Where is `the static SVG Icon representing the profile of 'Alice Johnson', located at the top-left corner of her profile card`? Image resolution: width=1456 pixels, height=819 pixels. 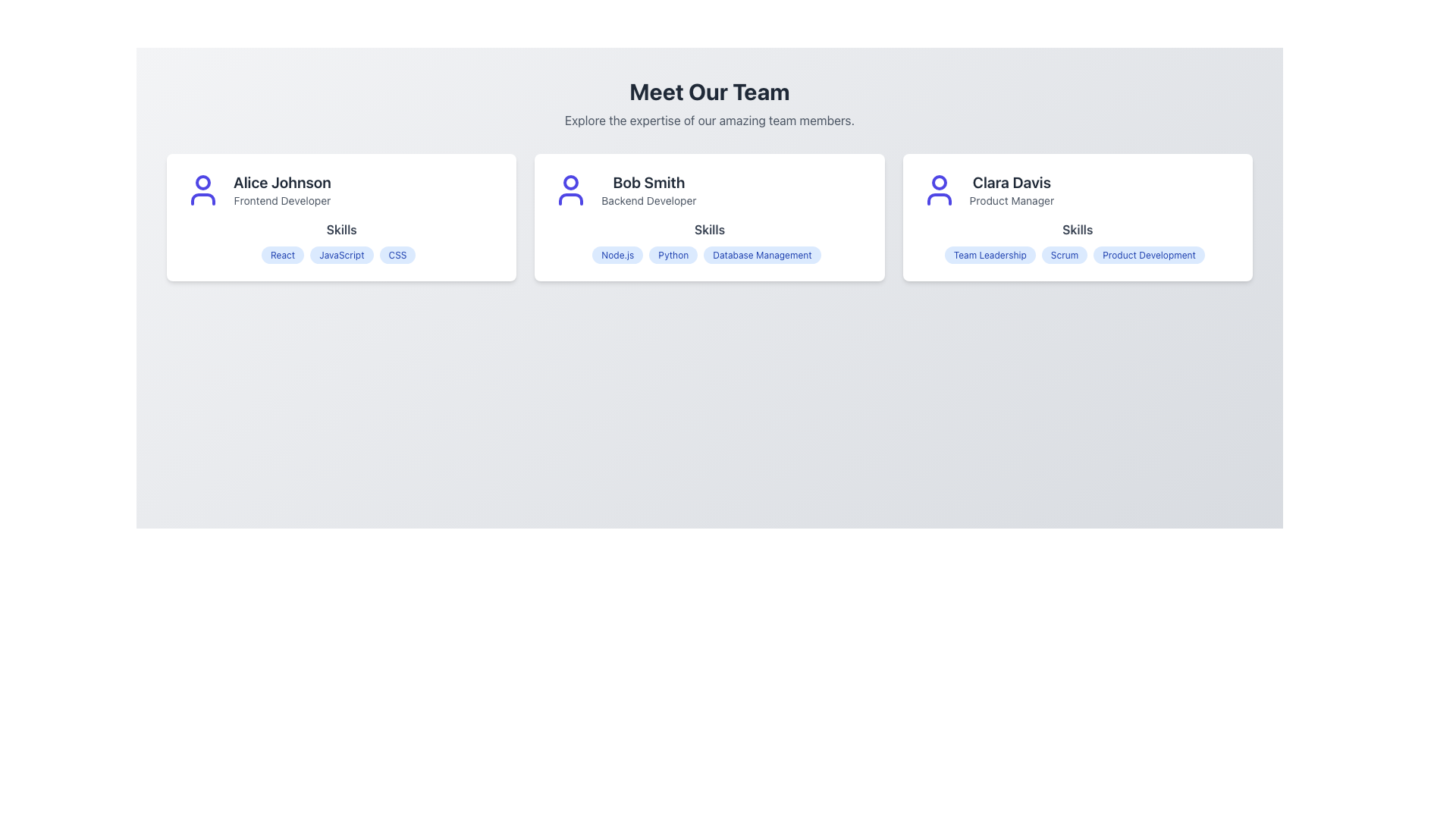 the static SVG Icon representing the profile of 'Alice Johnson', located at the top-left corner of her profile card is located at coordinates (202, 189).